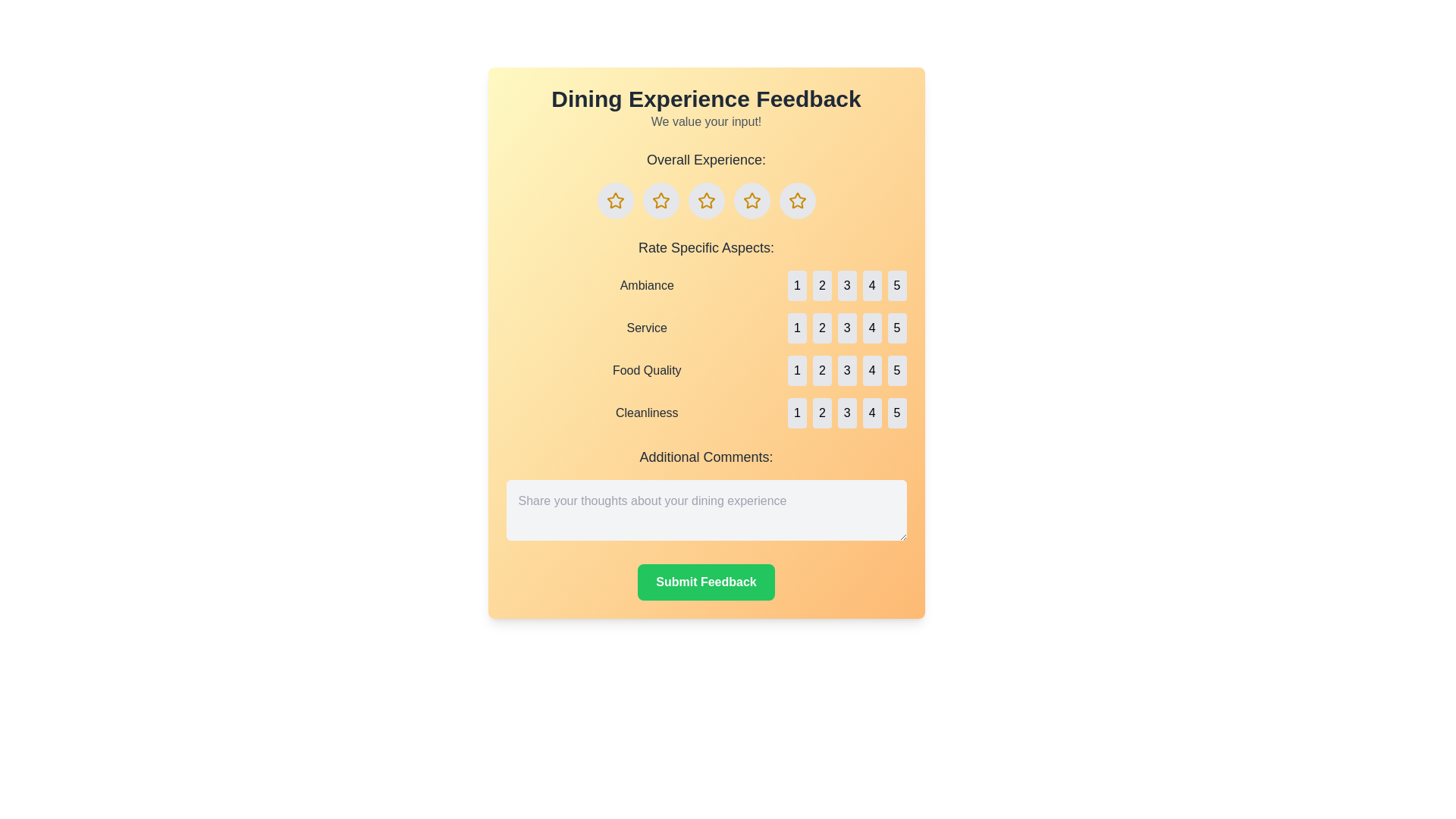  What do you see at coordinates (897, 371) in the screenshot?
I see `the rectangular button displaying '5', which has a gray background and changes to yellow when hovered` at bounding box center [897, 371].